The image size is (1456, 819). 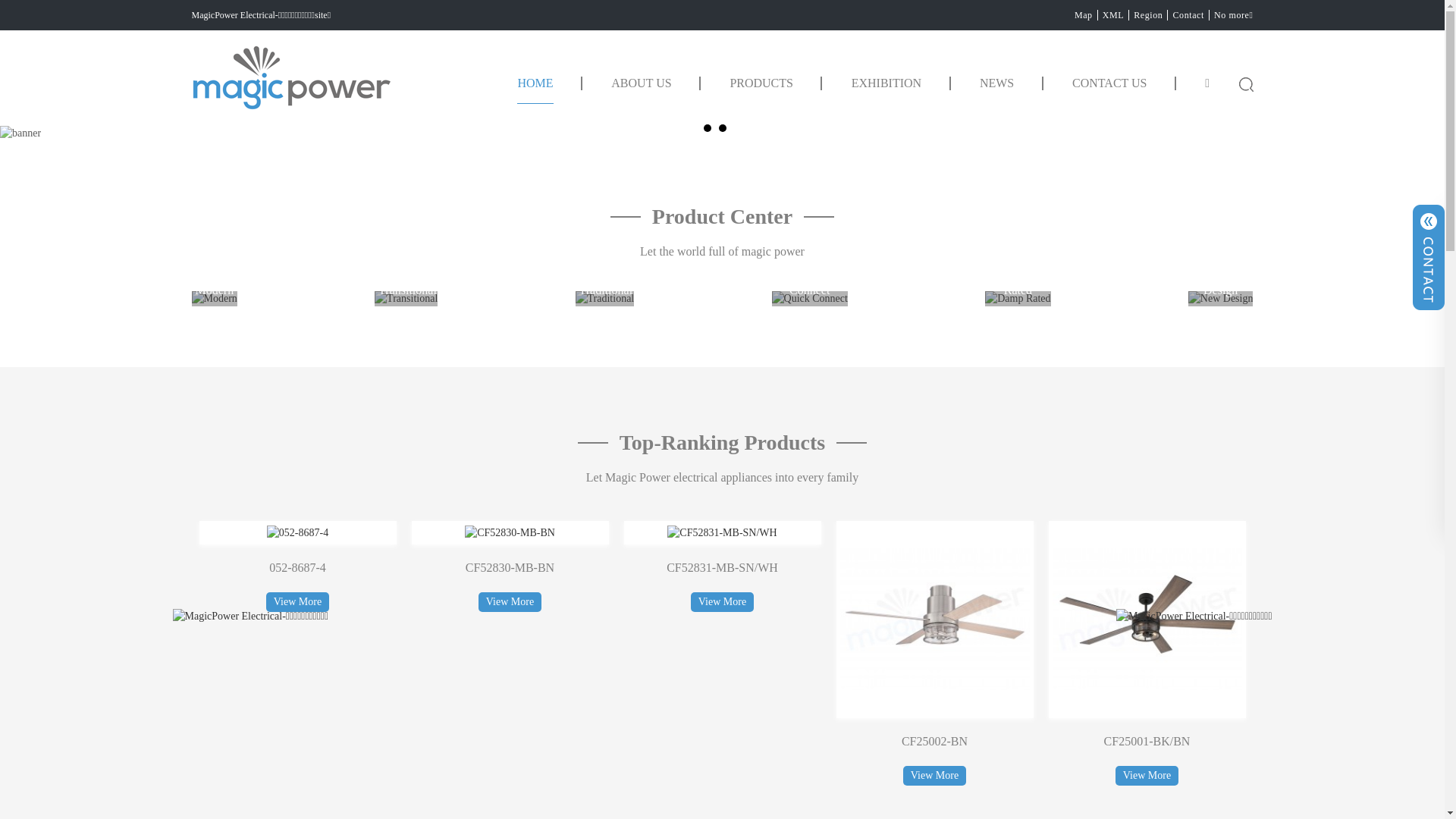 I want to click on 'XML', so click(x=1098, y=14).